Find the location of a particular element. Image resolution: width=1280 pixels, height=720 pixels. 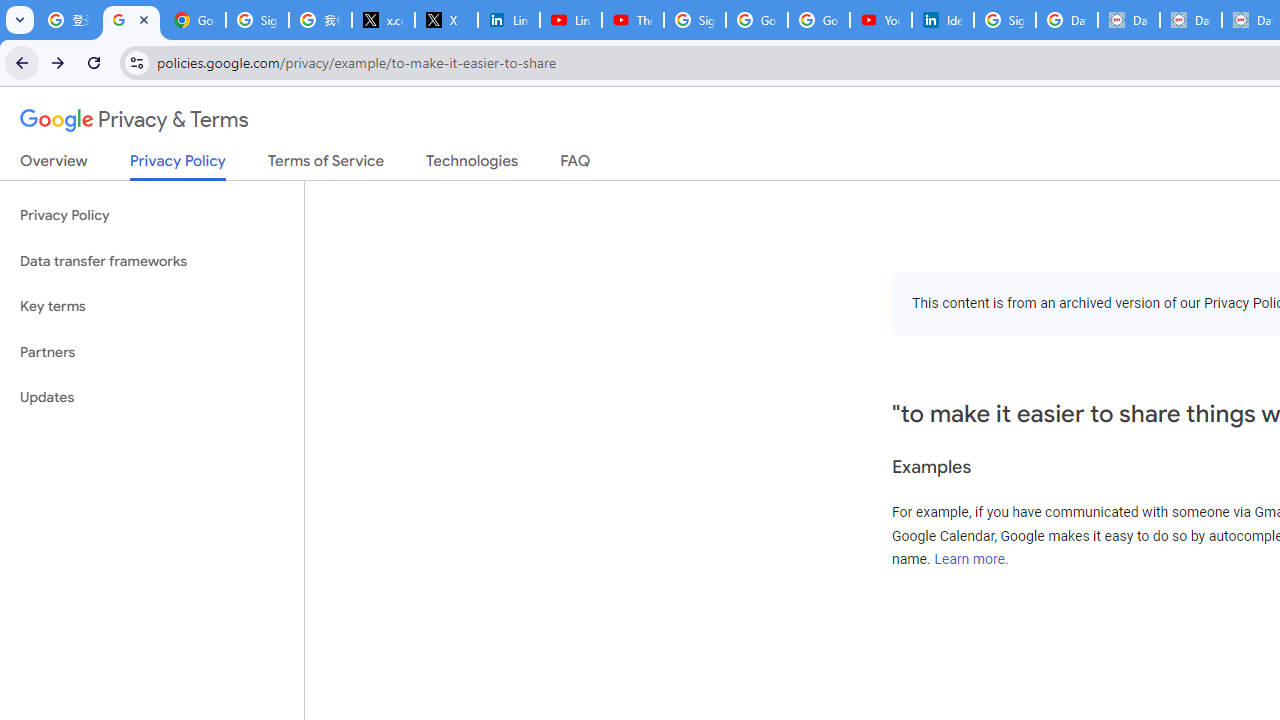

'Learn more.' is located at coordinates (971, 559).